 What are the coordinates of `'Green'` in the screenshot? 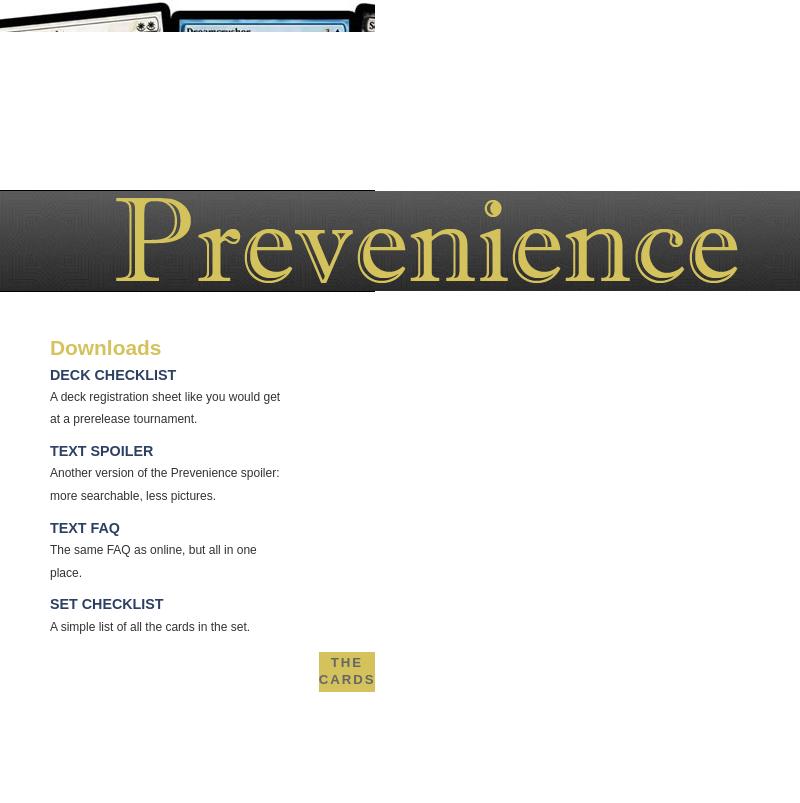 It's located at (373, 793).